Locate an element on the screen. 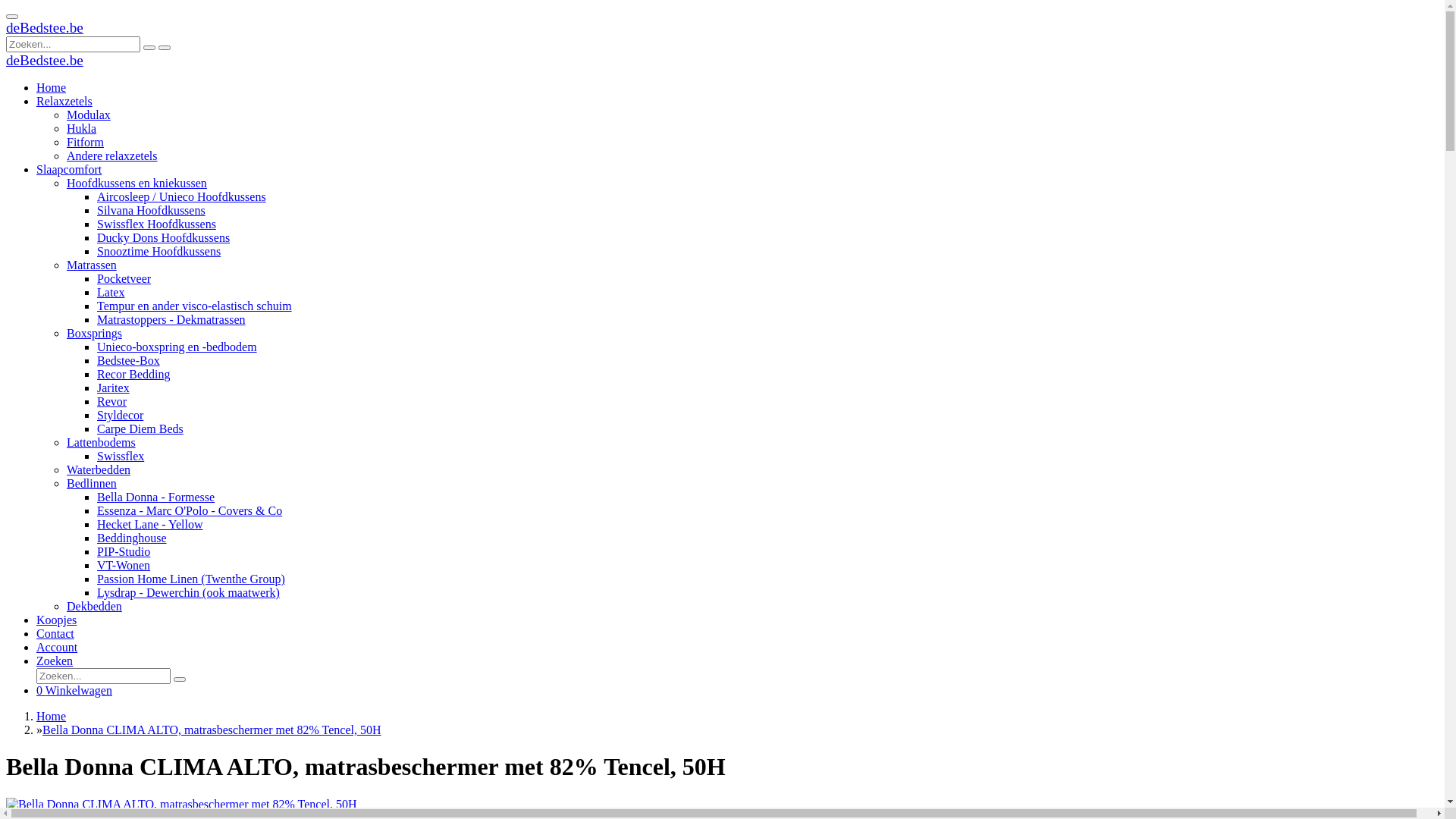  'Swissflex' is located at coordinates (119, 455).